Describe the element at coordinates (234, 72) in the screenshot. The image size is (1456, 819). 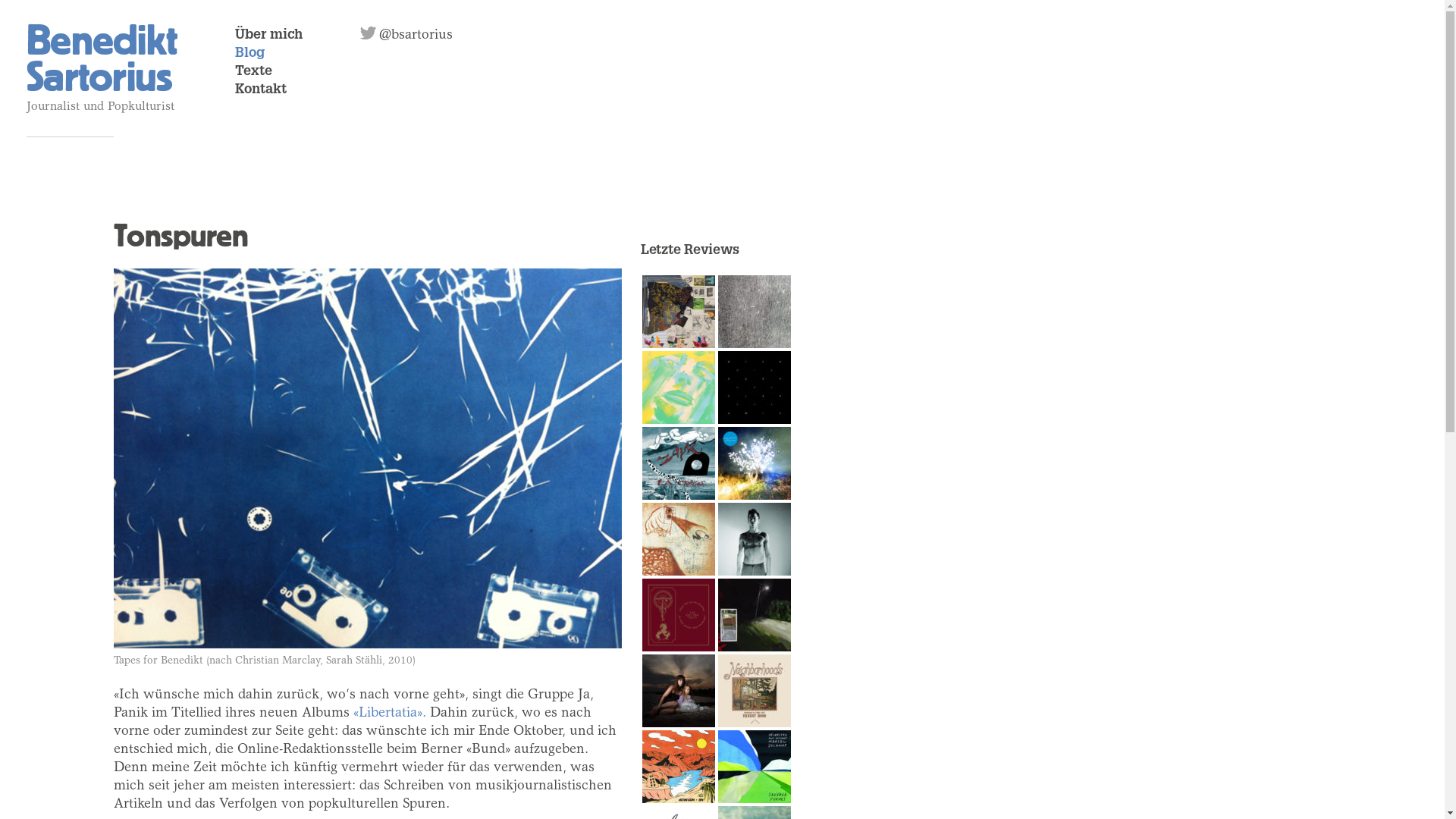
I see `'Texte'` at that location.